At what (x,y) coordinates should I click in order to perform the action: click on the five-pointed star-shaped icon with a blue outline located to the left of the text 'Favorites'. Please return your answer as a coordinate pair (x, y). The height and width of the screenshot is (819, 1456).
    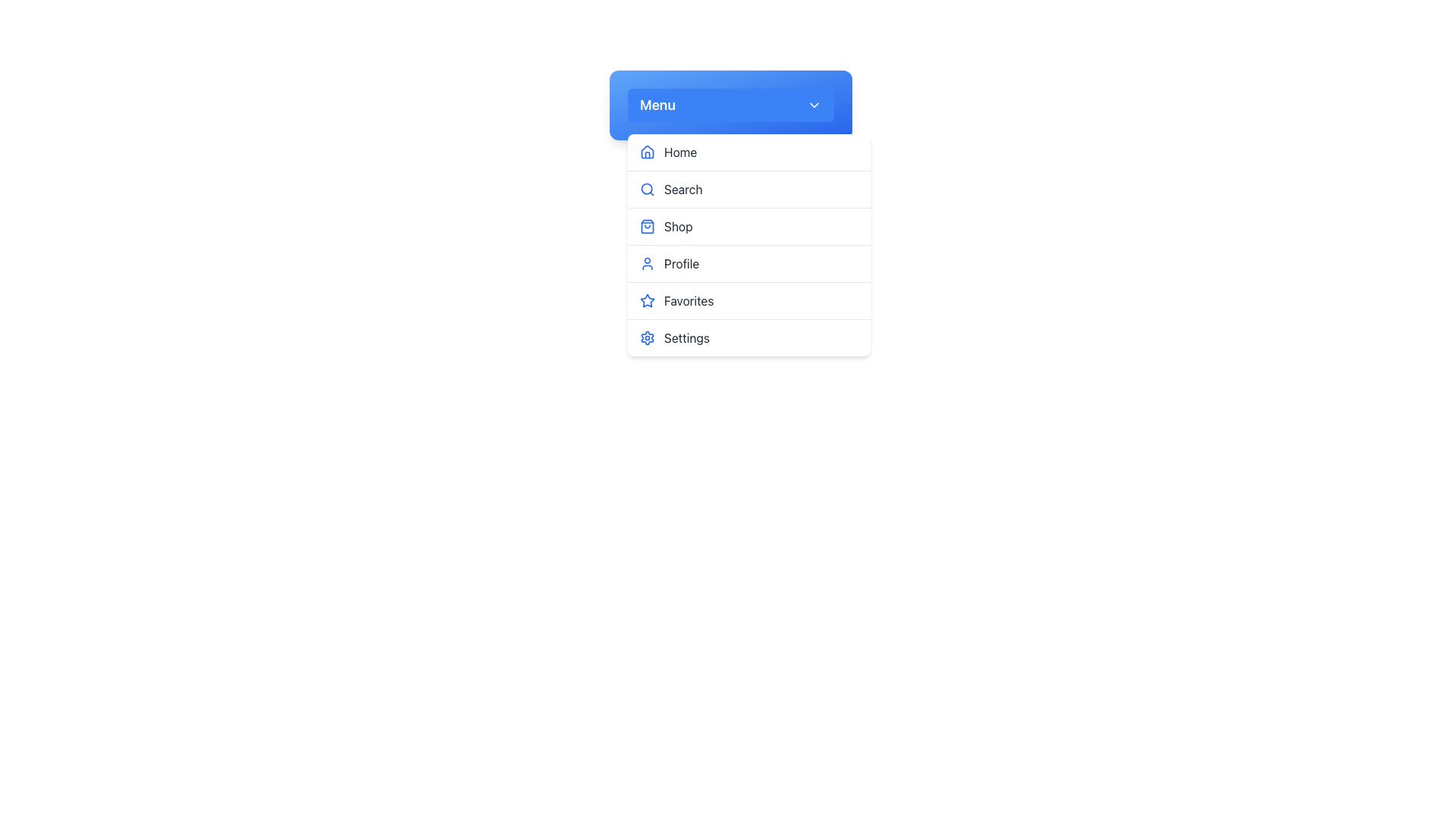
    Looking at the image, I should click on (648, 301).